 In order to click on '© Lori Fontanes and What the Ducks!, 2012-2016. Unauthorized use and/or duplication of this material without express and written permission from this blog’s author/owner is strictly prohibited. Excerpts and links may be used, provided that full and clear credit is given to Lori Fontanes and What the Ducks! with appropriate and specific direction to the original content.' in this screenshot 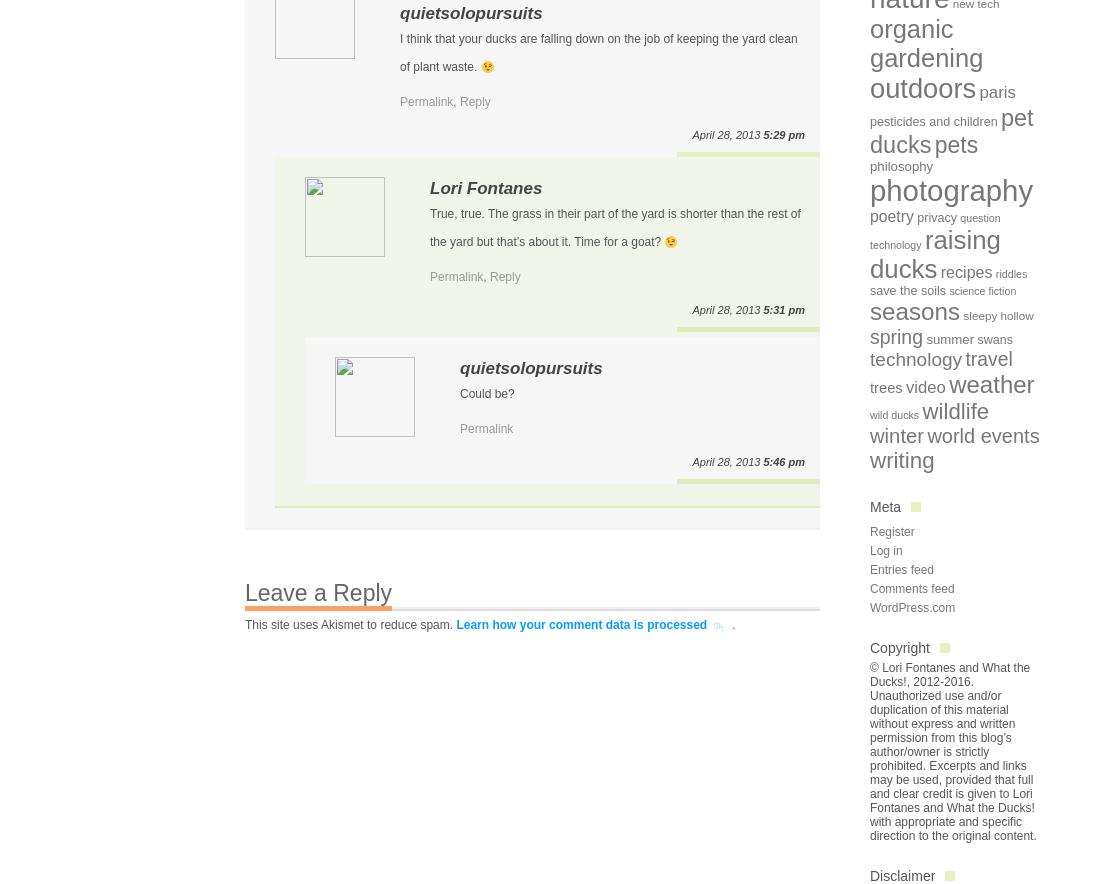, I will do `click(953, 752)`.